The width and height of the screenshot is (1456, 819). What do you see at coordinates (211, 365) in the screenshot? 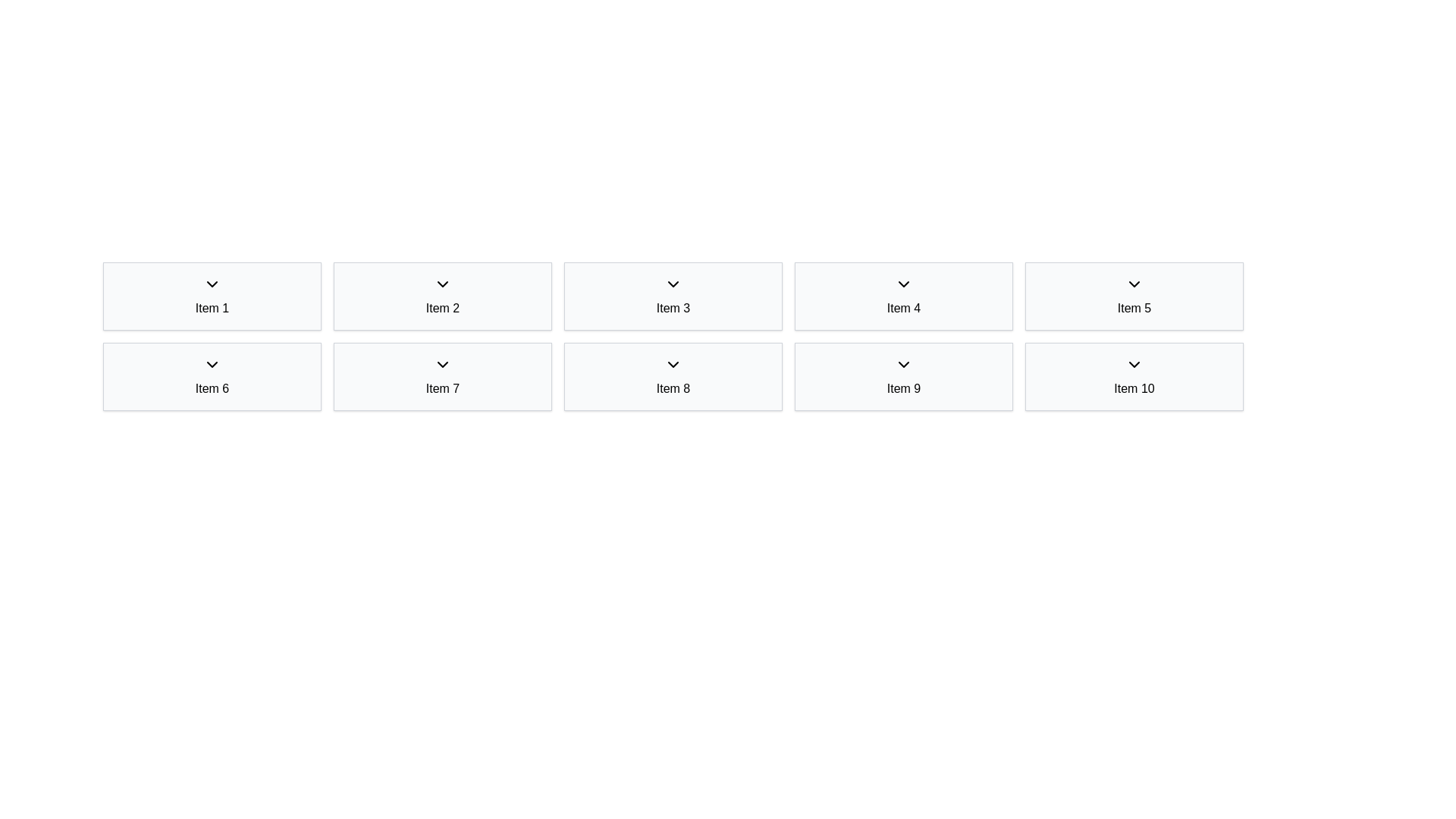
I see `the dropdown menu icon located in the sixth item of the grid layout` at bounding box center [211, 365].